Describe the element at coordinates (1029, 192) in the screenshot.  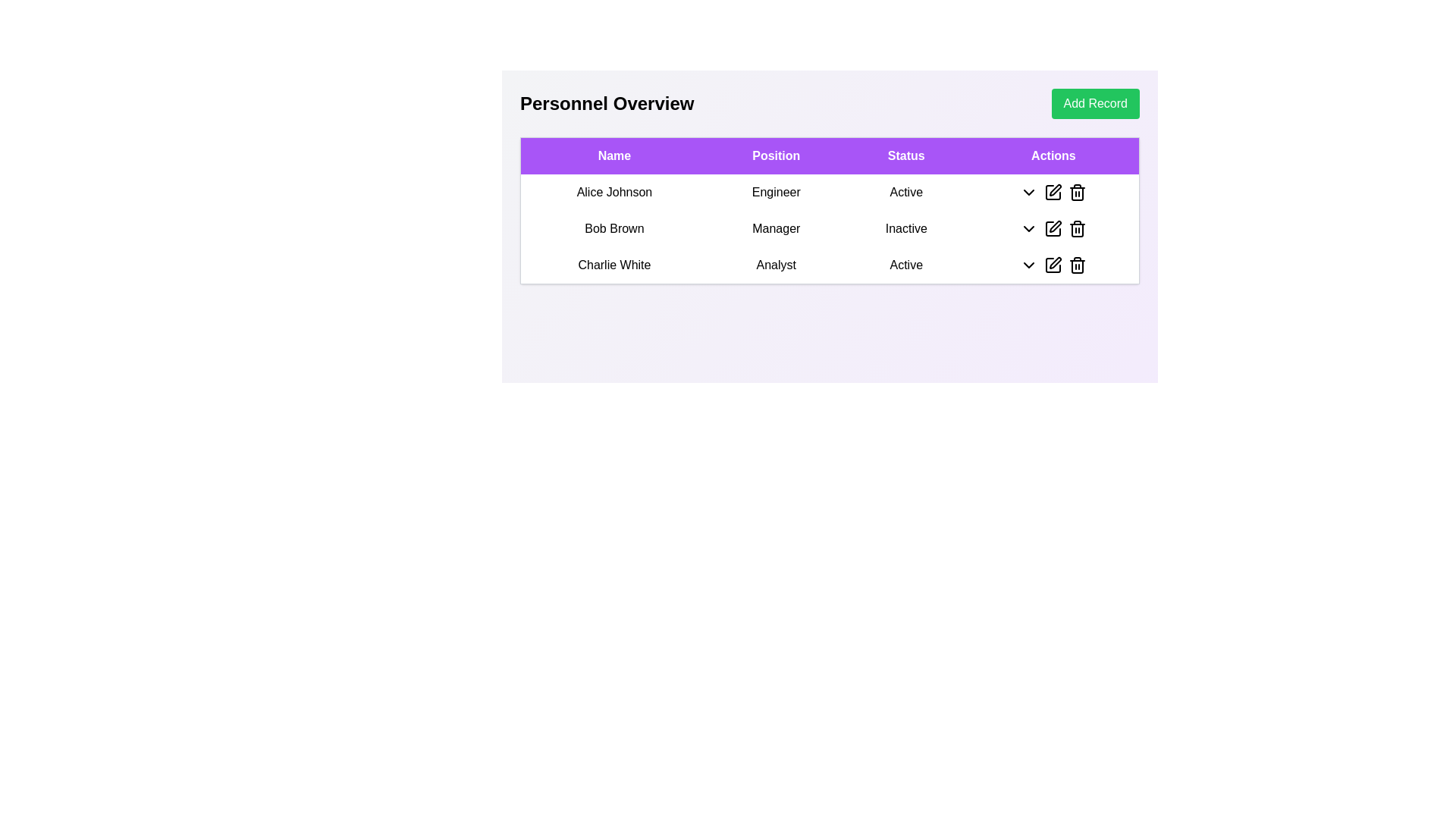
I see `the Dropdown toggle icon located in the 'Actions' column of the first row` at that location.